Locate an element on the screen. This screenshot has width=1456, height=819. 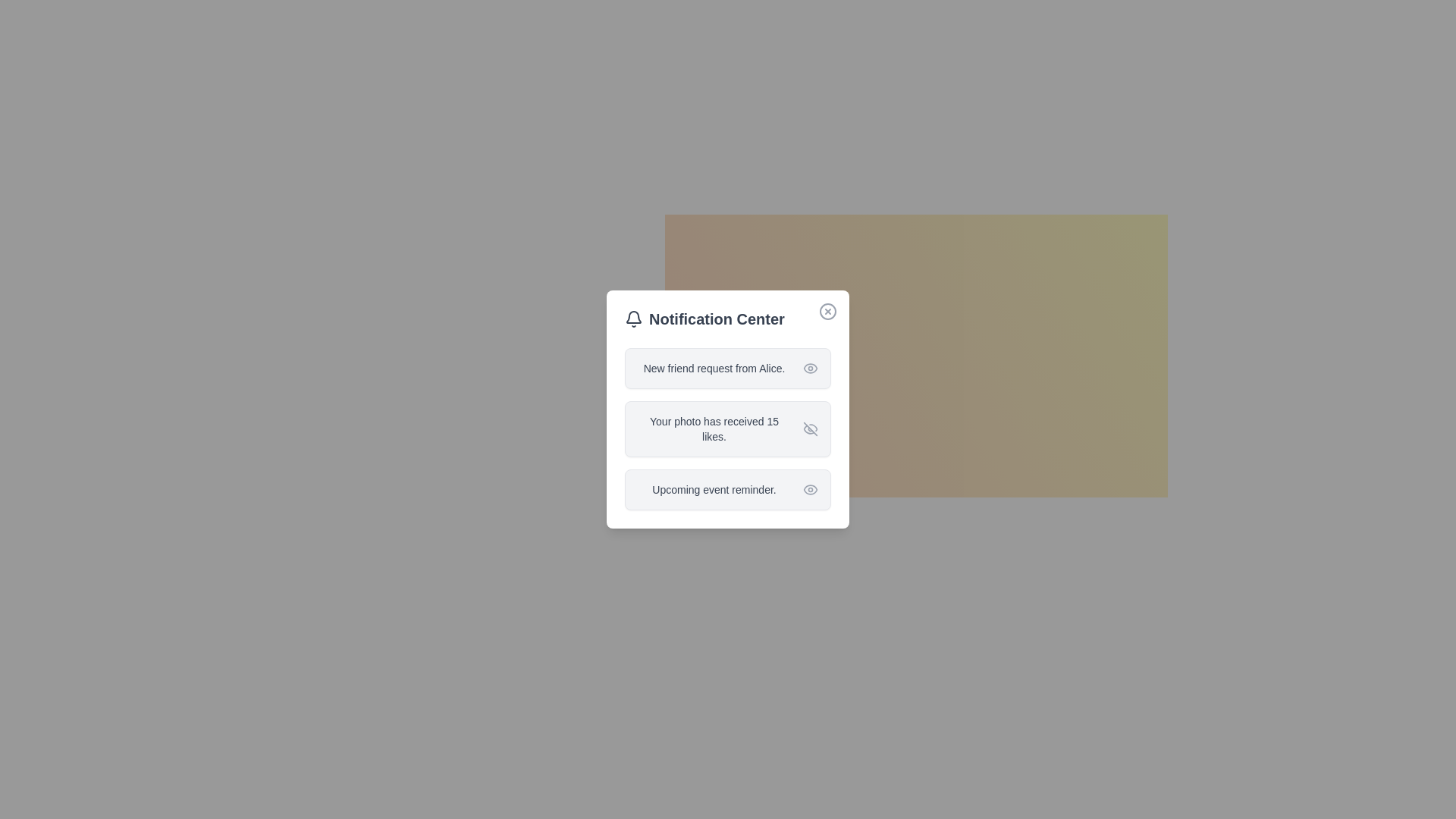
the notification message element that informs the user about an upcoming event, located in the third entry of the Notification Center panel is located at coordinates (713, 489).